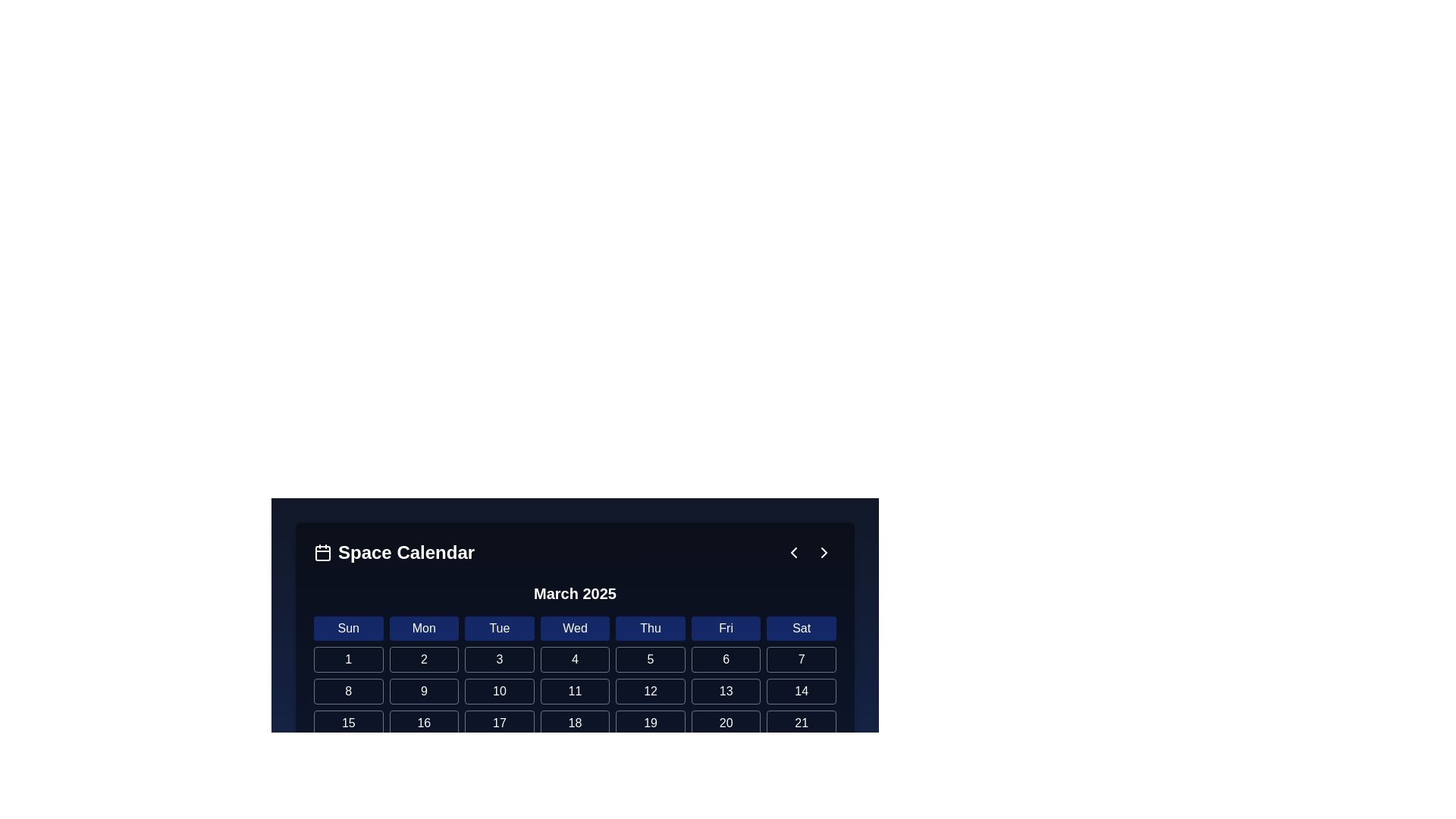  Describe the element at coordinates (347, 629) in the screenshot. I see `the Text header displaying 'Sun', which is styled with a medium-weight font and is located at the top-left corner of a calendar grid layout` at that location.